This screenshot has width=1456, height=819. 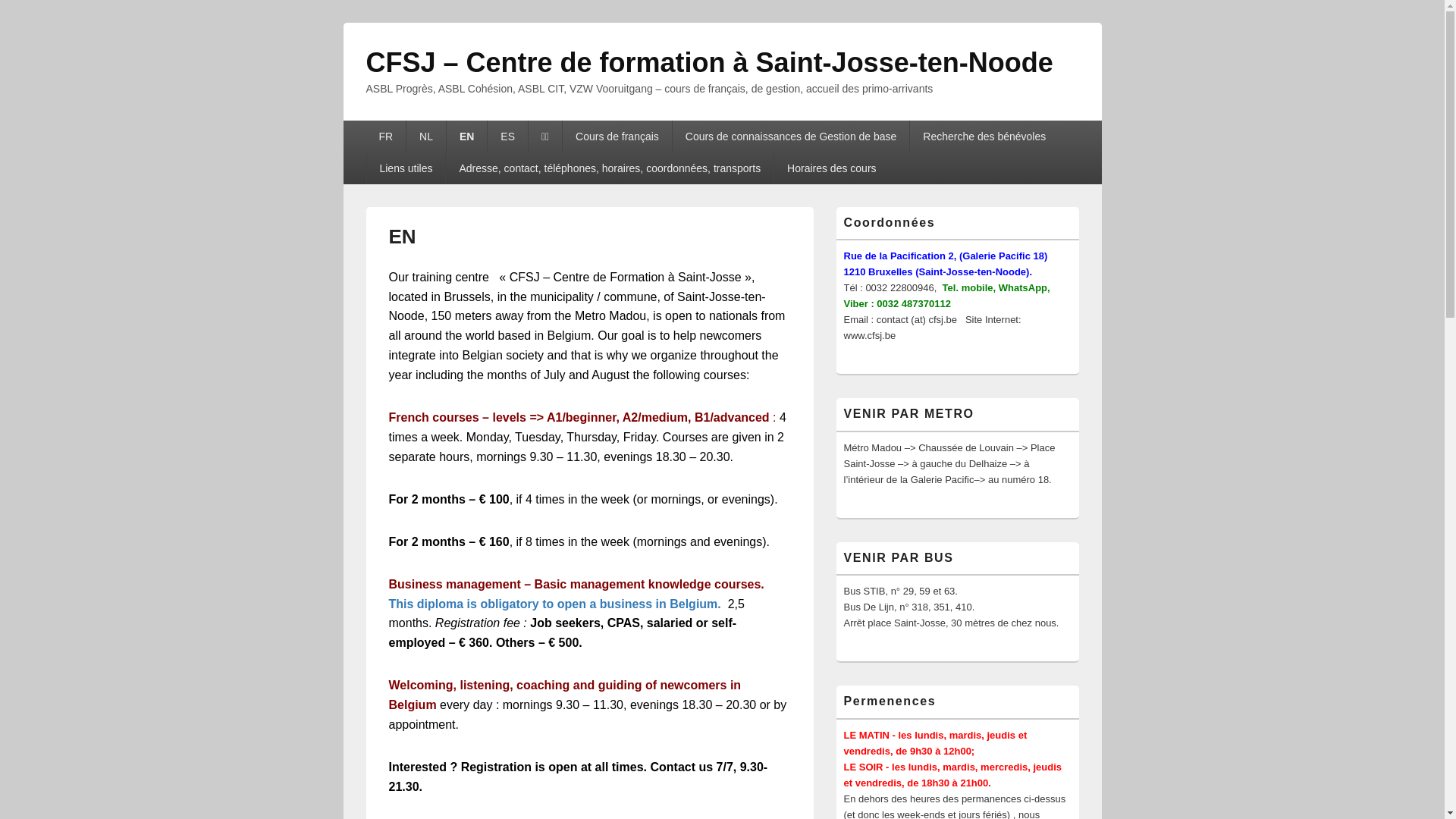 What do you see at coordinates (406, 168) in the screenshot?
I see `'Liens utiles'` at bounding box center [406, 168].